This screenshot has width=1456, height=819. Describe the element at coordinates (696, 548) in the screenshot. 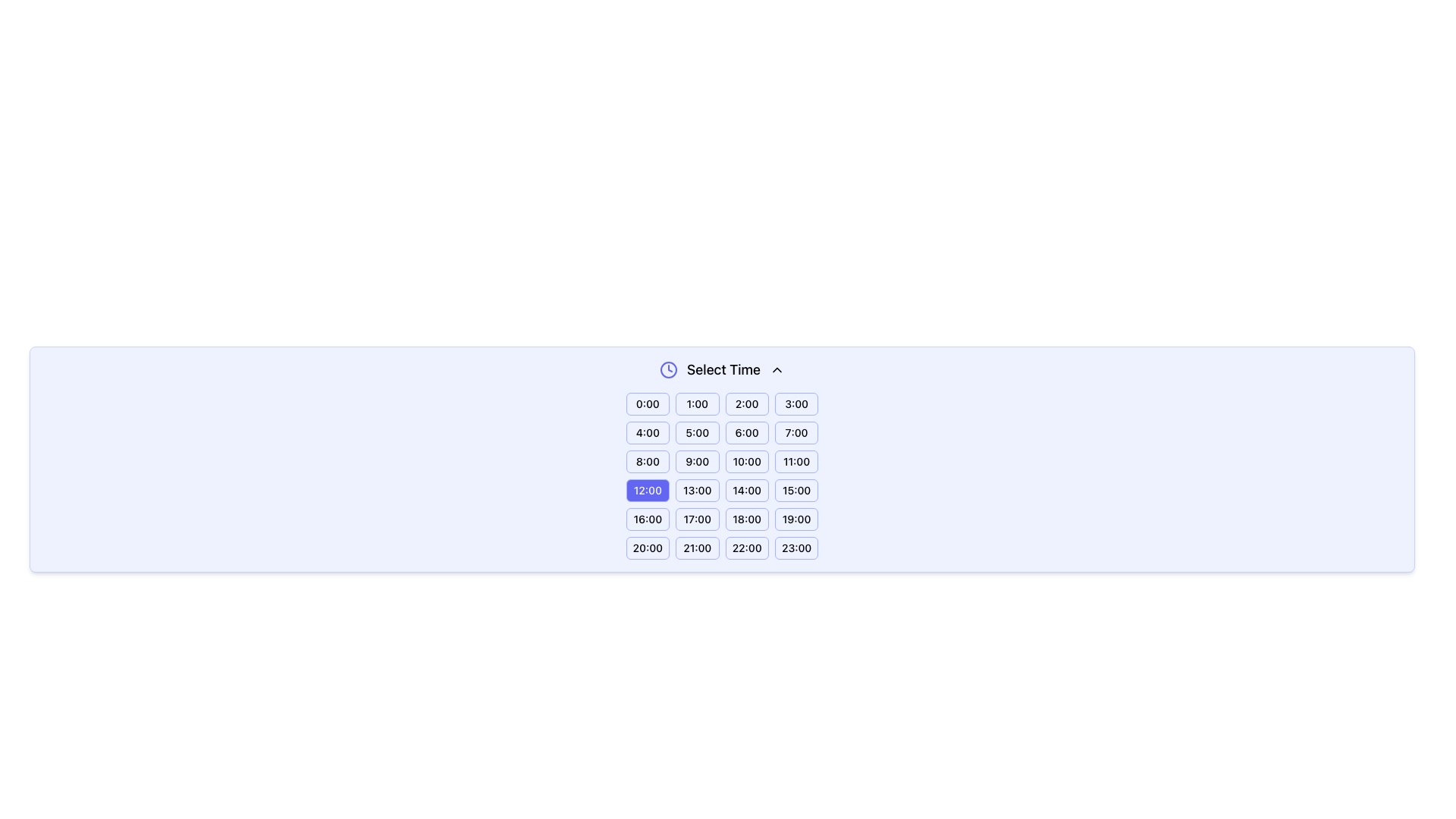

I see `the '21:00' time slot button located in the last row of the time slot grid, second from the left` at that location.